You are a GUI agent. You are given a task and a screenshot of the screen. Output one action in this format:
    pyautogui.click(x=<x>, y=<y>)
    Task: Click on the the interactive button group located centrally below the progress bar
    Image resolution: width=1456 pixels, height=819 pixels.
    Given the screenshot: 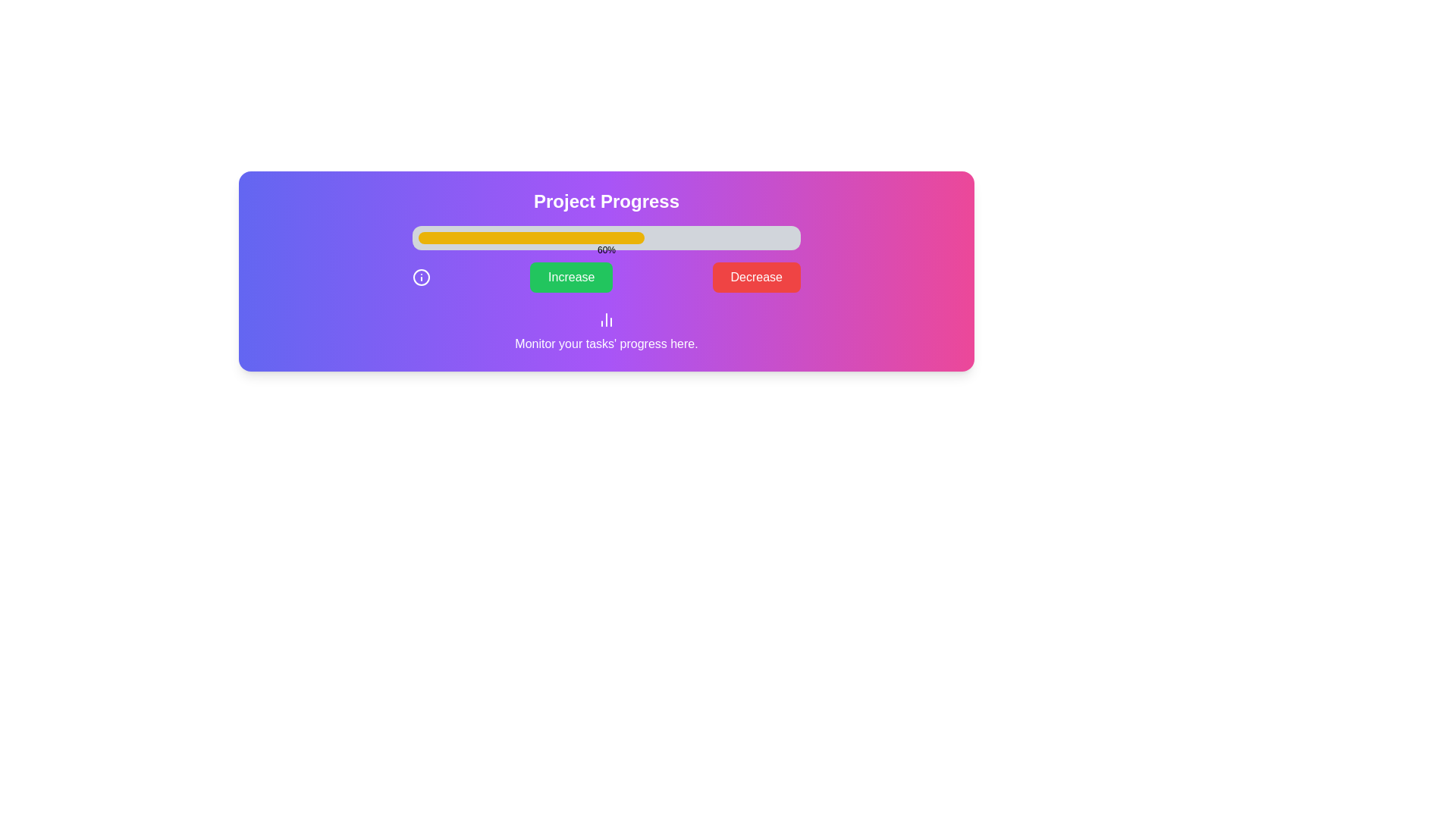 What is the action you would take?
    pyautogui.click(x=607, y=278)
    